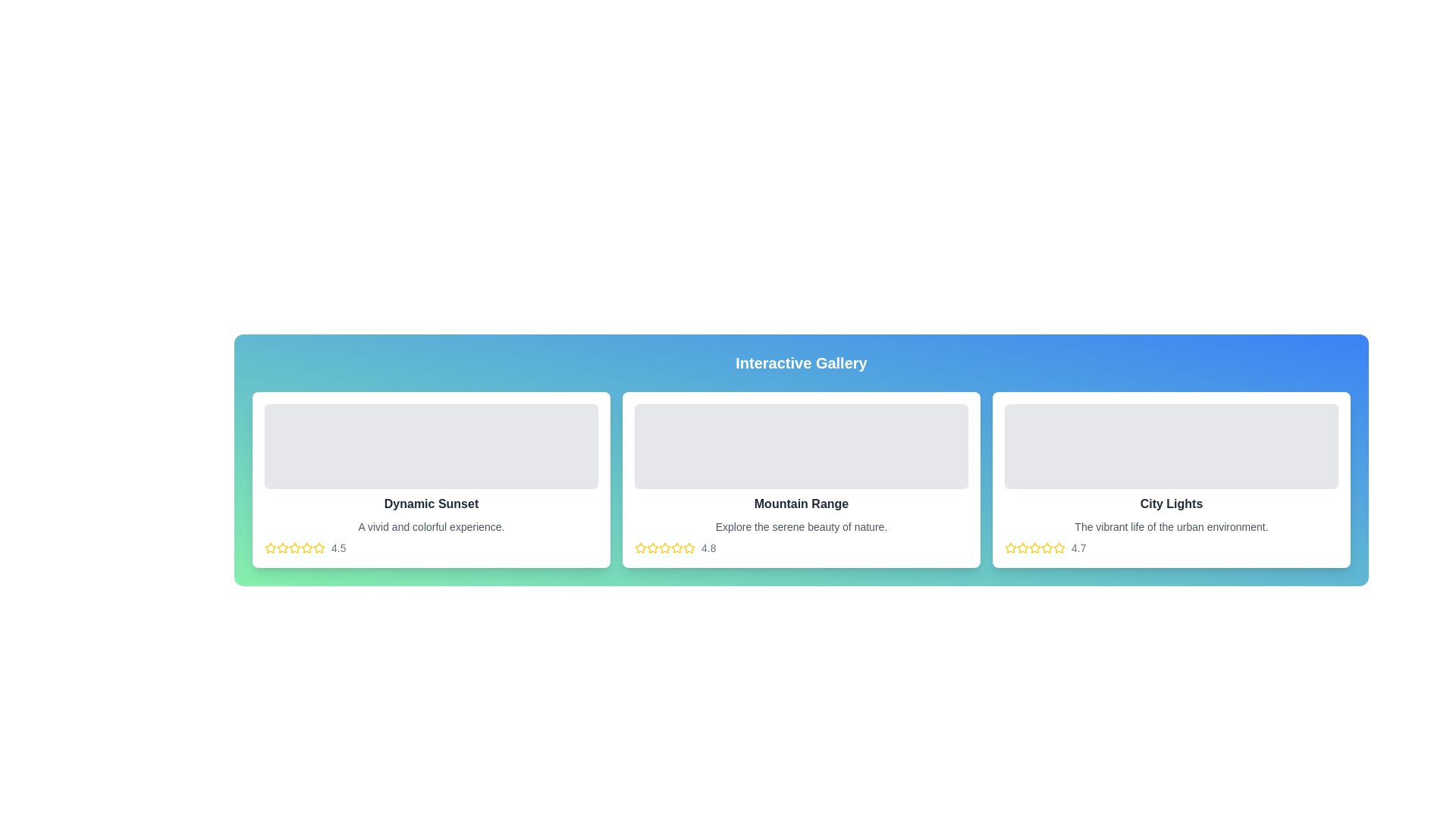 Image resolution: width=1456 pixels, height=819 pixels. Describe the element at coordinates (283, 548) in the screenshot. I see `the first star icon in the rating system located below the 'Dynamic Sunset' card in the leftmost column of the gallery layout` at that location.